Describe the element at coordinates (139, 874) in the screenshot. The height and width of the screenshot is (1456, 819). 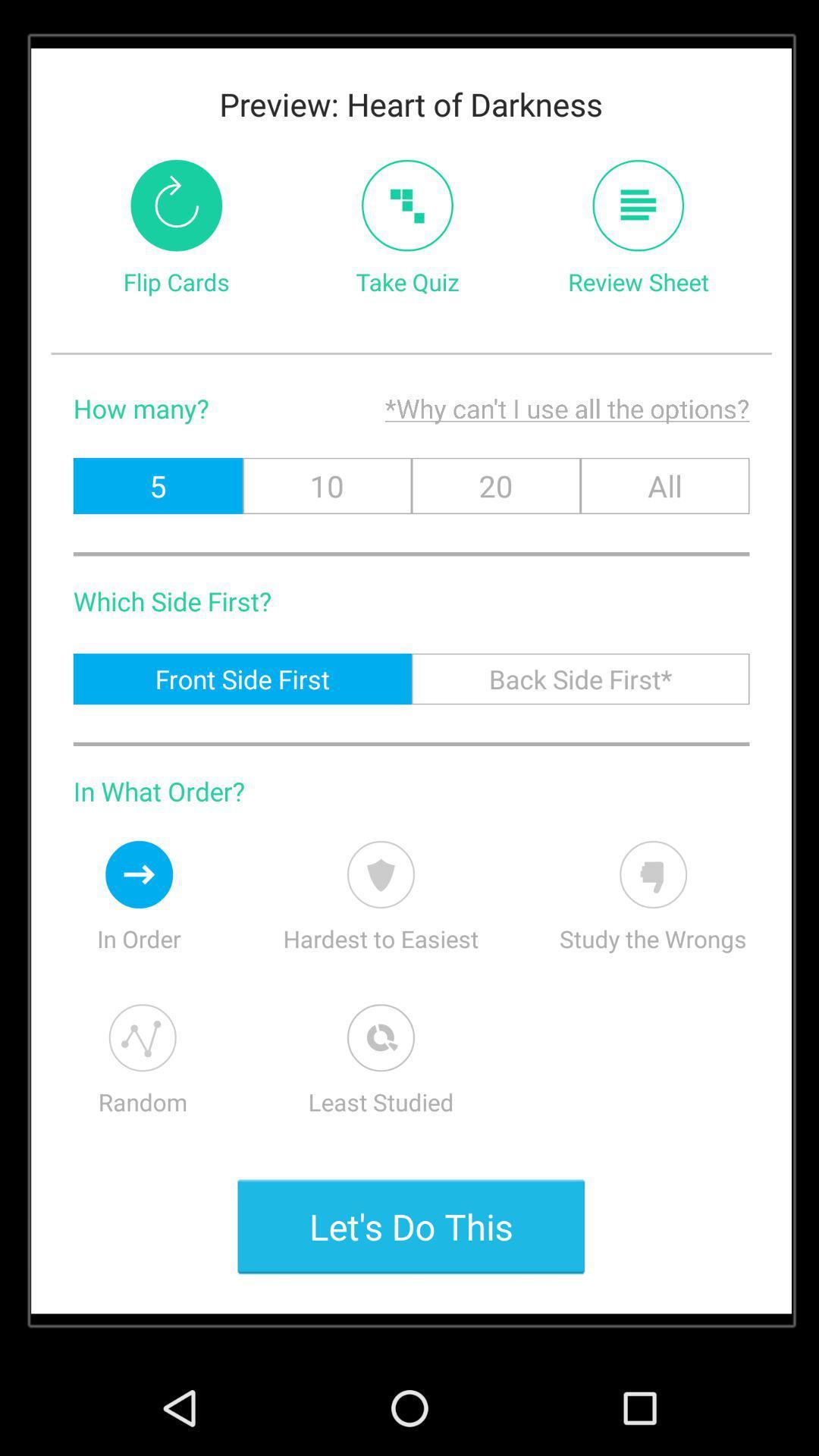
I see `descending` at that location.